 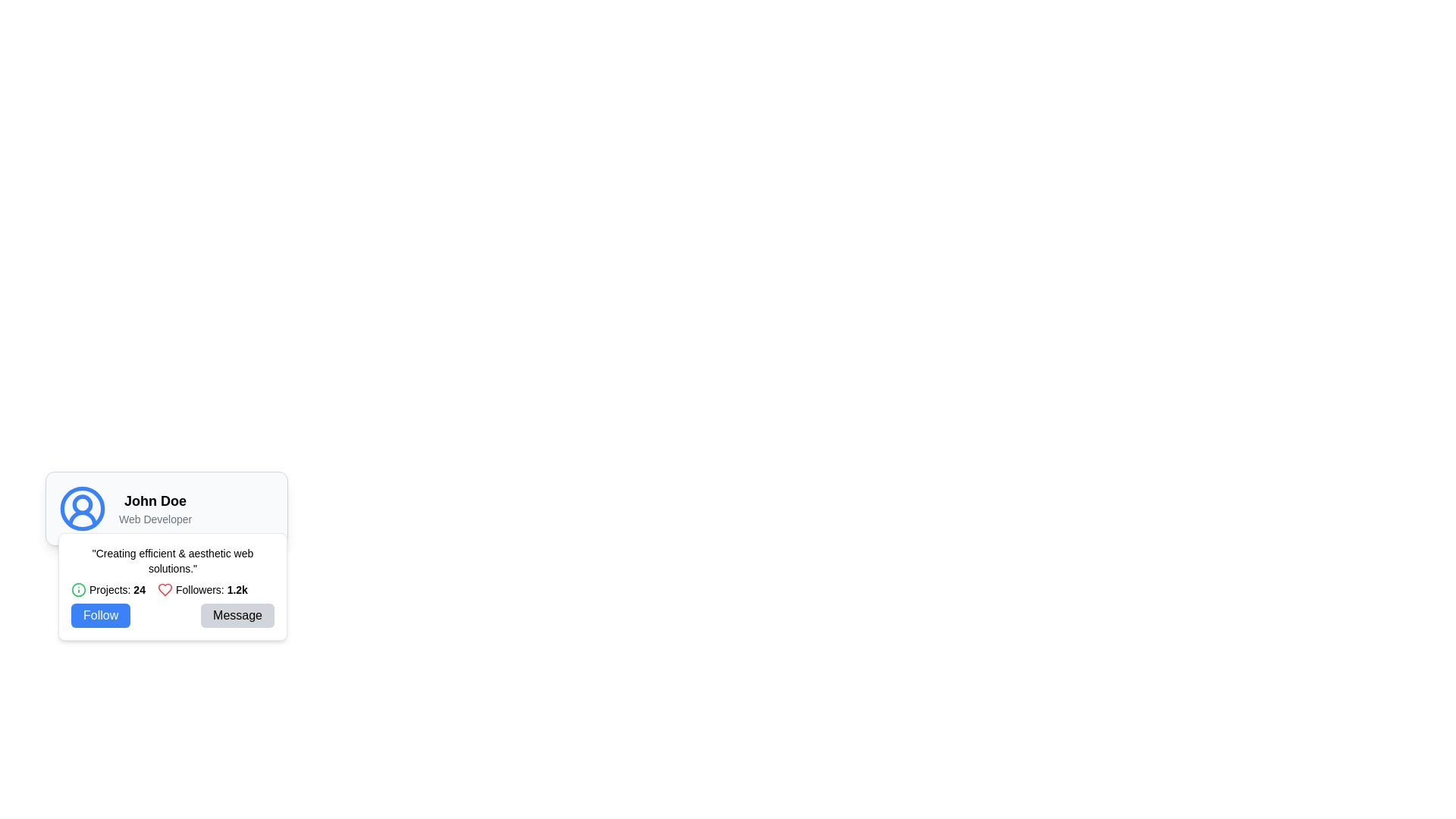 I want to click on the bolded numeric portion of the text 'Followers: 1.2k' in the lower portion of the profile card interface, so click(x=237, y=589).